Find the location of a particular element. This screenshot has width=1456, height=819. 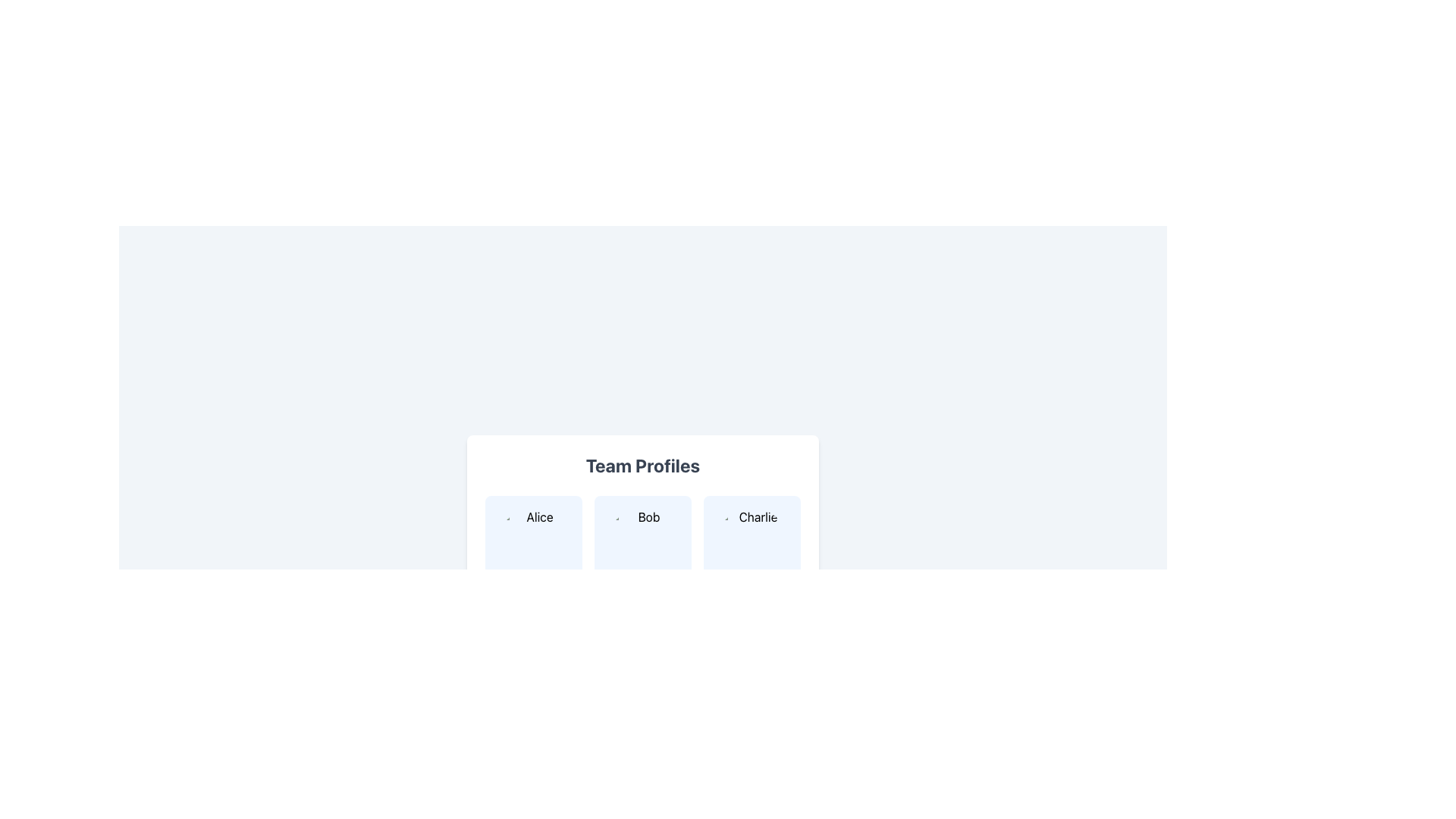

the profile image display located is located at coordinates (534, 543).